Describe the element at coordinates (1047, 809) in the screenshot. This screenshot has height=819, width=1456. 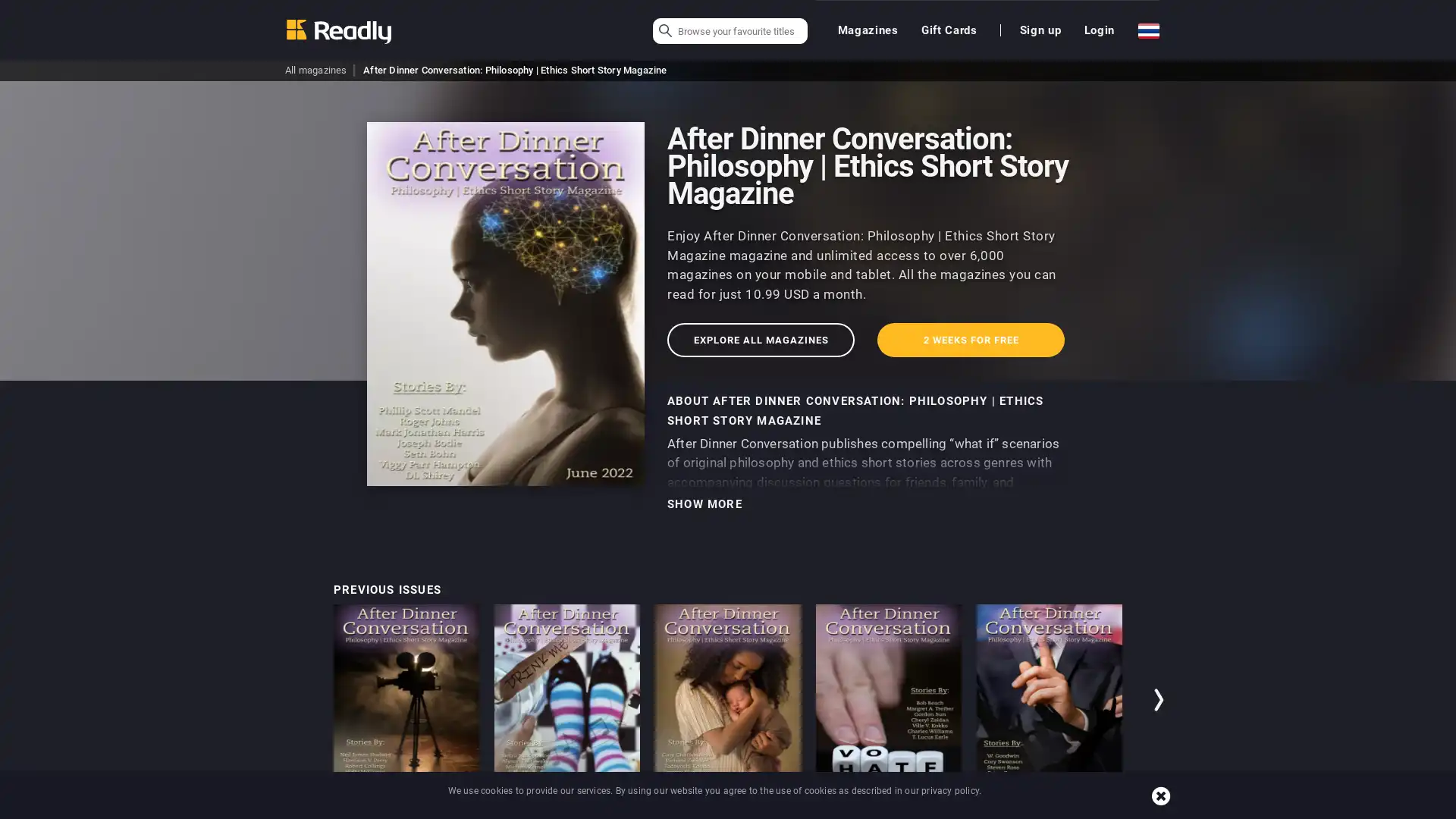
I see `2` at that location.